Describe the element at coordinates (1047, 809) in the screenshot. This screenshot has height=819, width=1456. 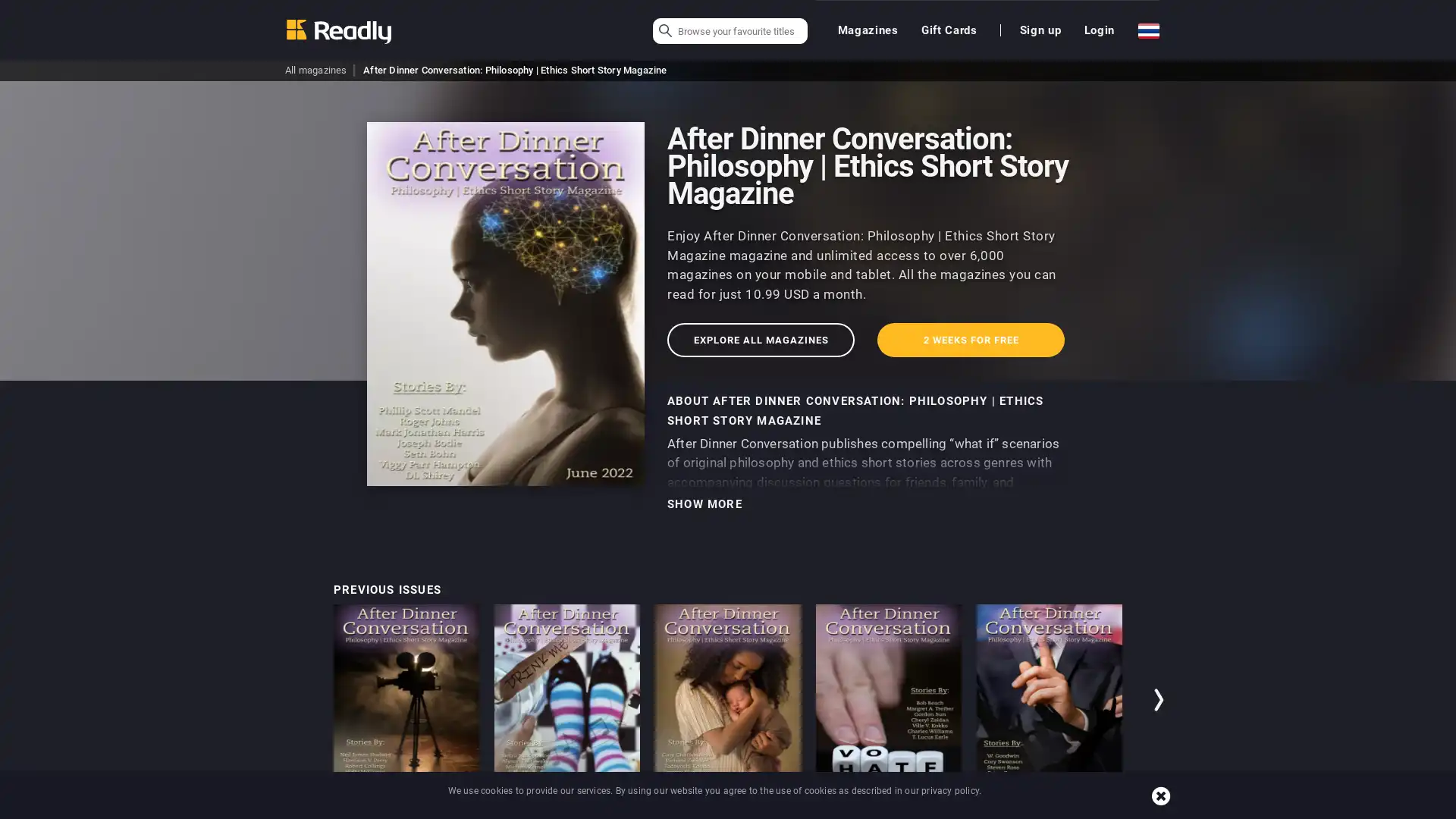
I see `2` at that location.